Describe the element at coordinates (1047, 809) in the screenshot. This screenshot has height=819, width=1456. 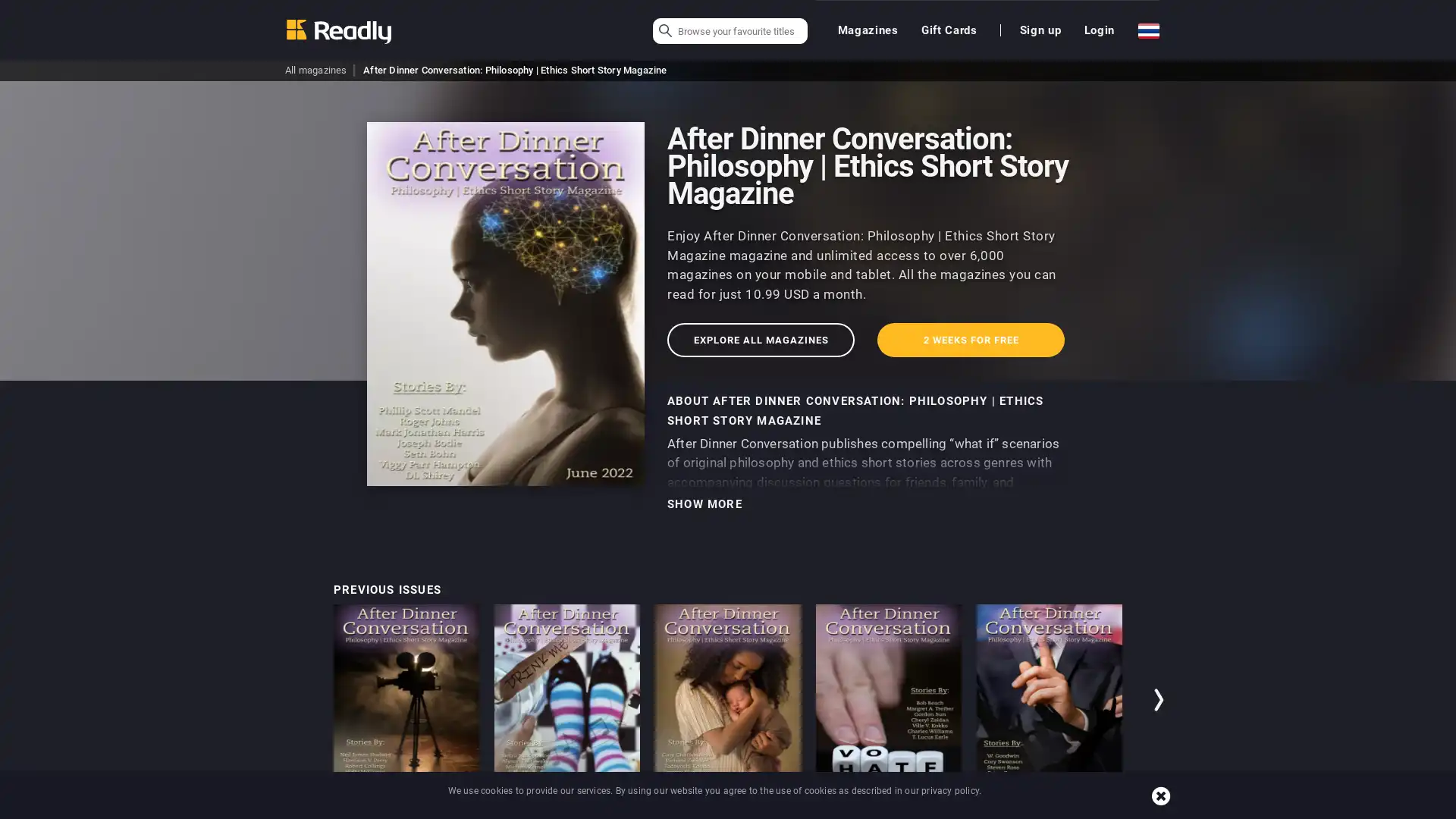
I see `2` at that location.